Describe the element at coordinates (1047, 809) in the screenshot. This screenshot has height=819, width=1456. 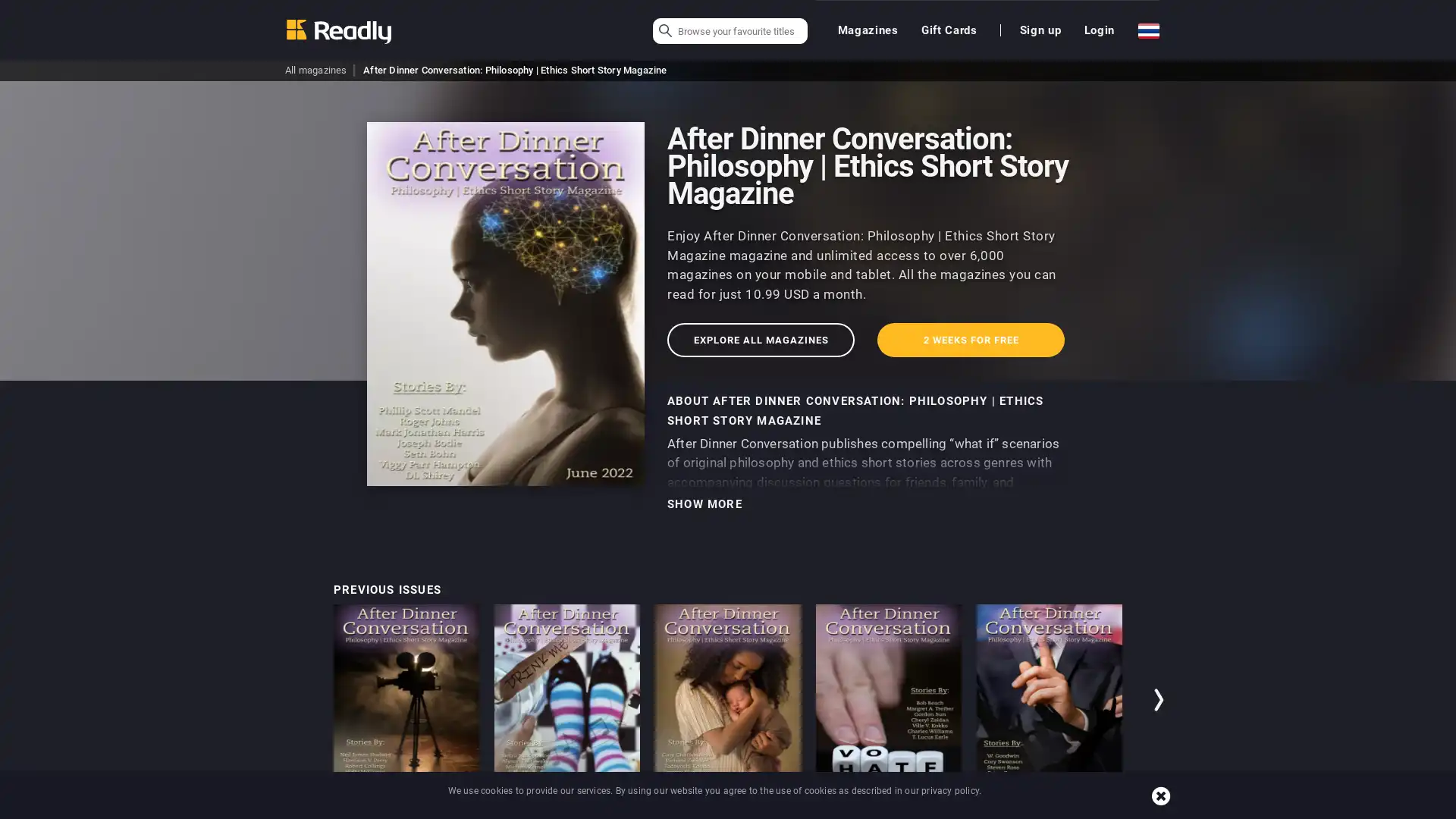
I see `2` at that location.